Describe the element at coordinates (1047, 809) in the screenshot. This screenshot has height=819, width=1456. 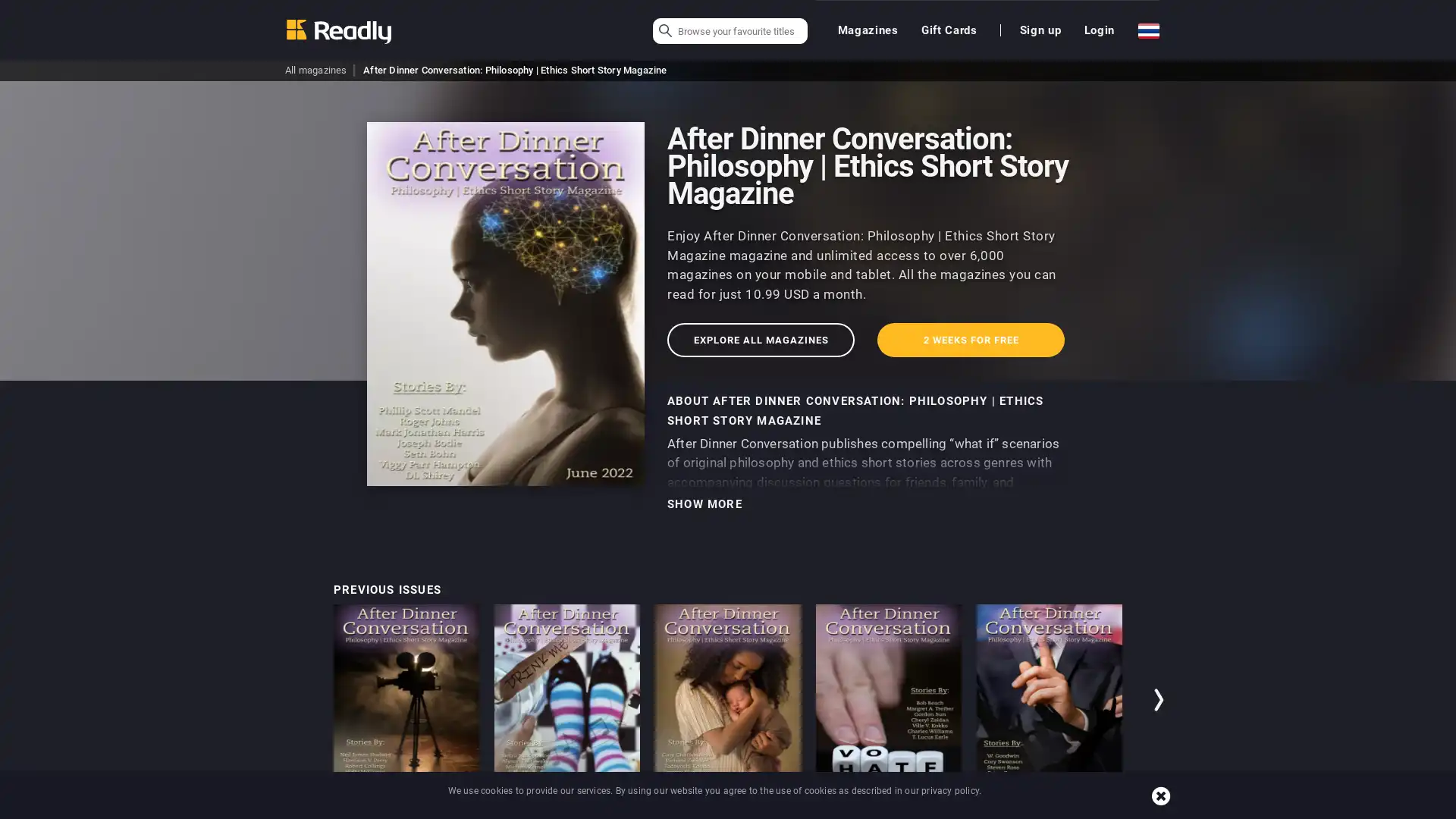
I see `2` at that location.